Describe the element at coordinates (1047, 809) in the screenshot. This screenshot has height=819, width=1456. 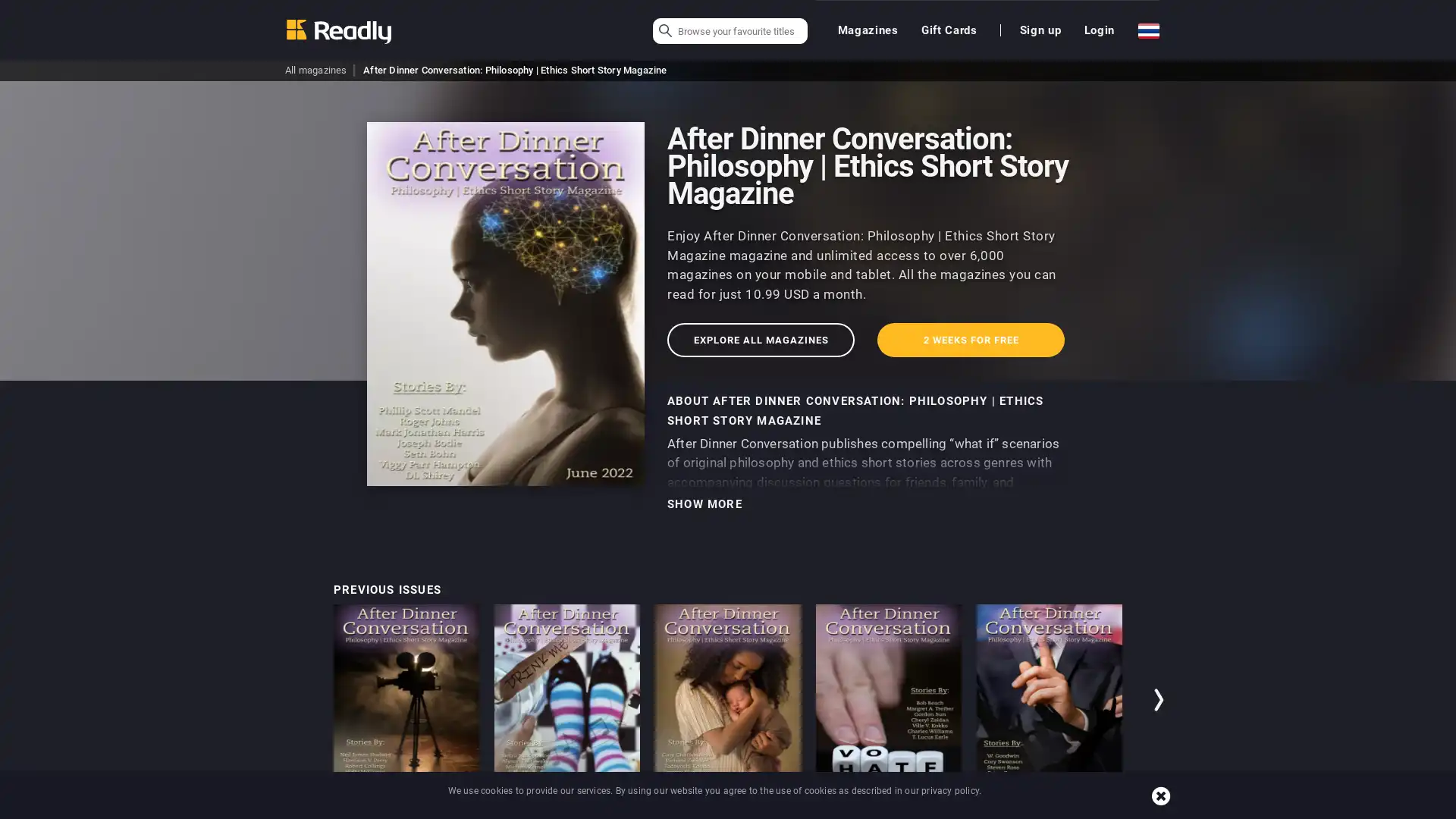
I see `2` at that location.